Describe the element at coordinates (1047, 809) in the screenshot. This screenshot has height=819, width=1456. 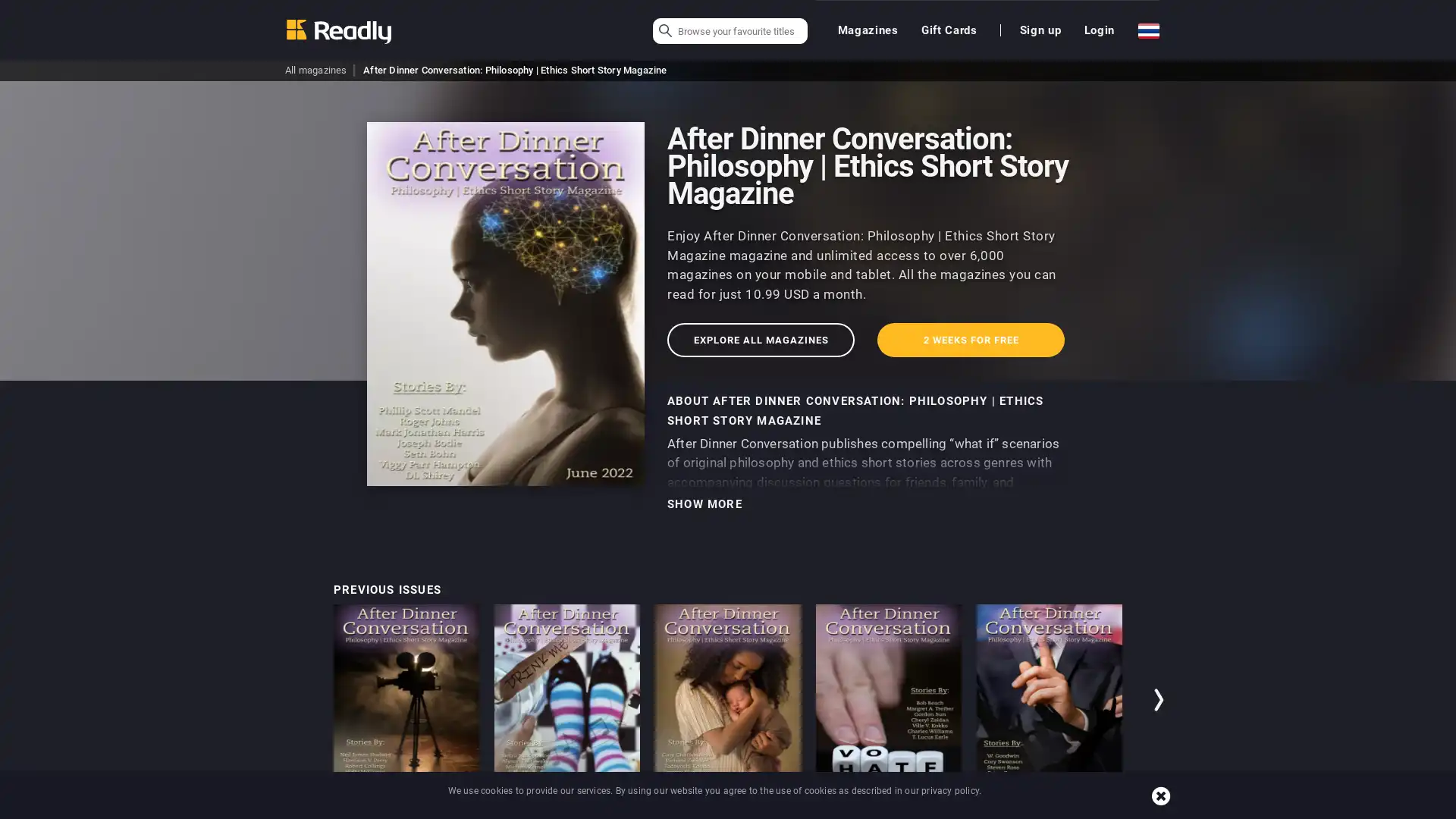
I see `2` at that location.